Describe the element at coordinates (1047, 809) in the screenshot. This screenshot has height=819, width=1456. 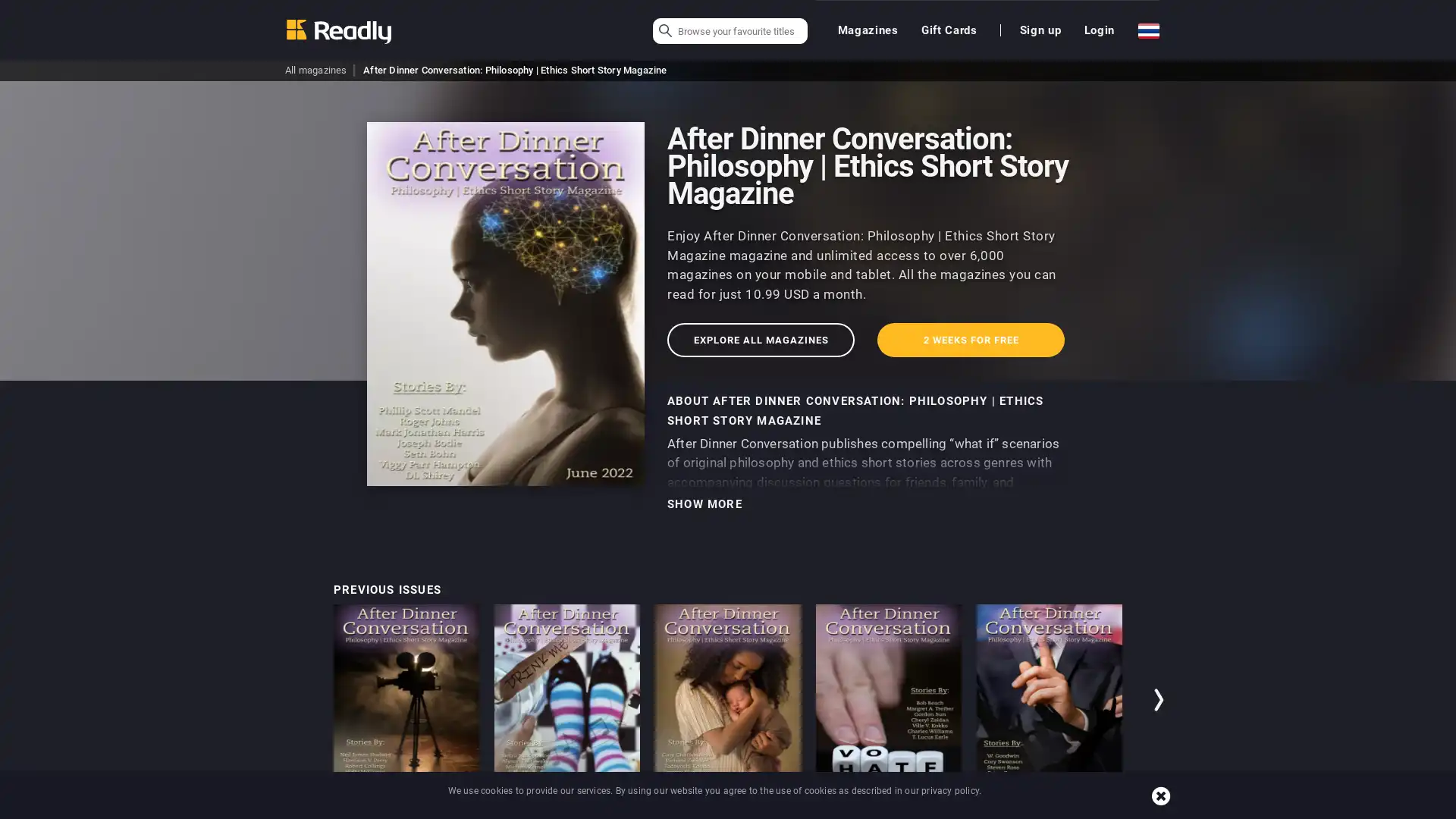
I see `2` at that location.